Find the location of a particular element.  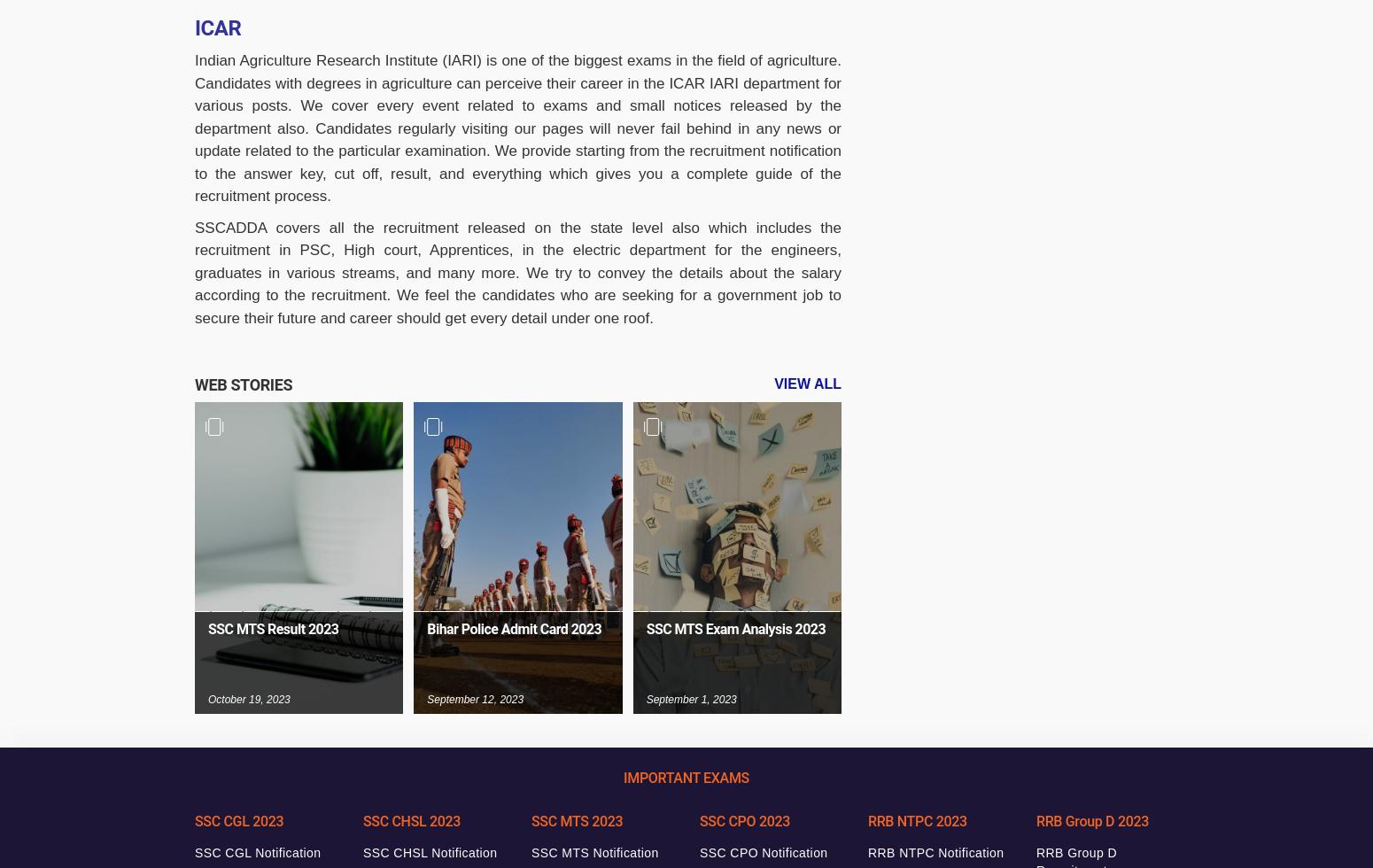

'SSC CPO Notification' is located at coordinates (763, 853).